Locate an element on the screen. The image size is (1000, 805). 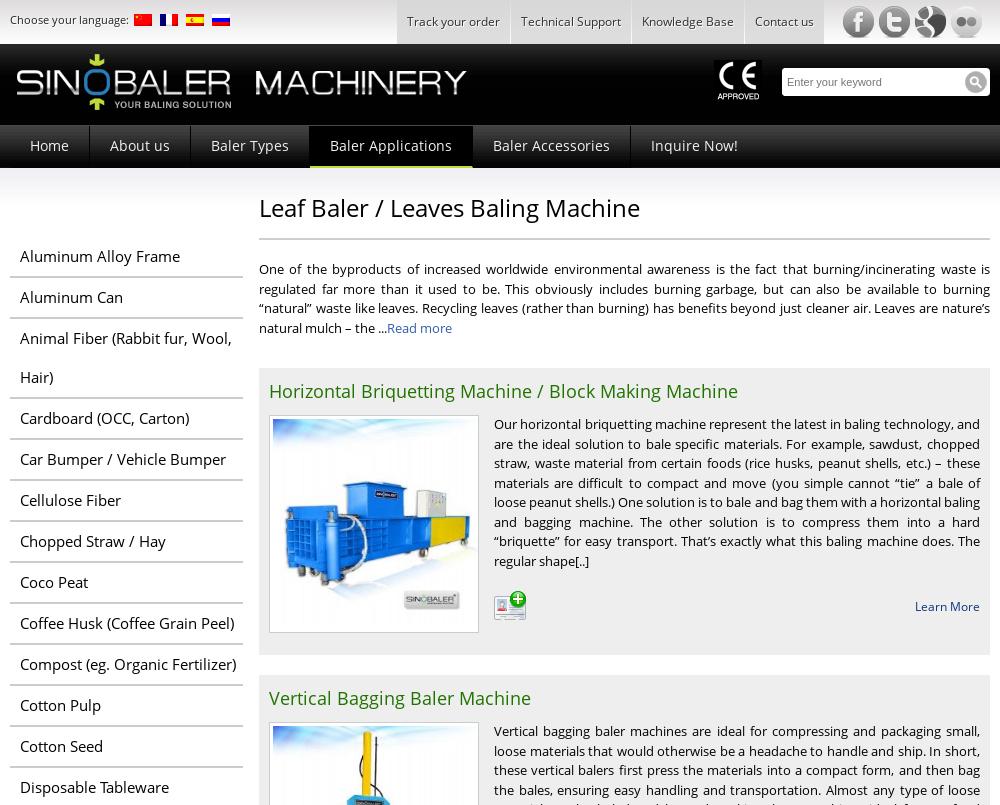
'Read more' is located at coordinates (419, 325).